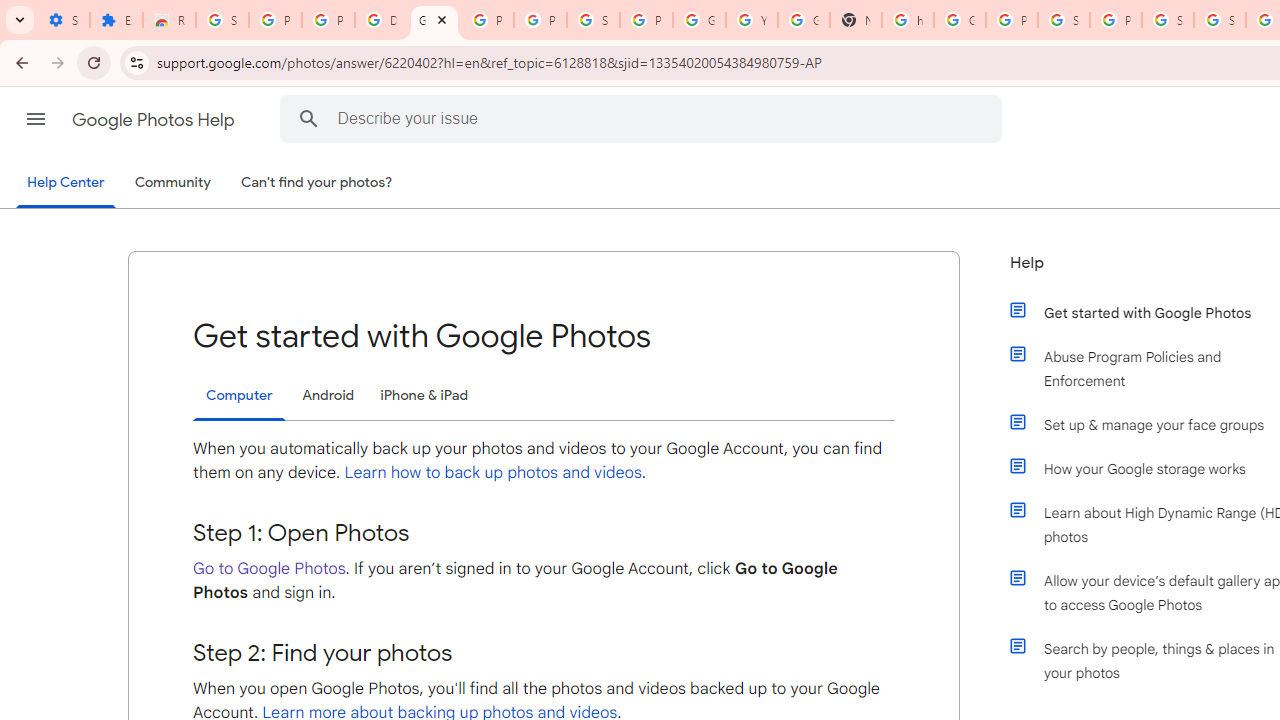 This screenshot has height=720, width=1280. I want to click on 'Computer', so click(239, 396).